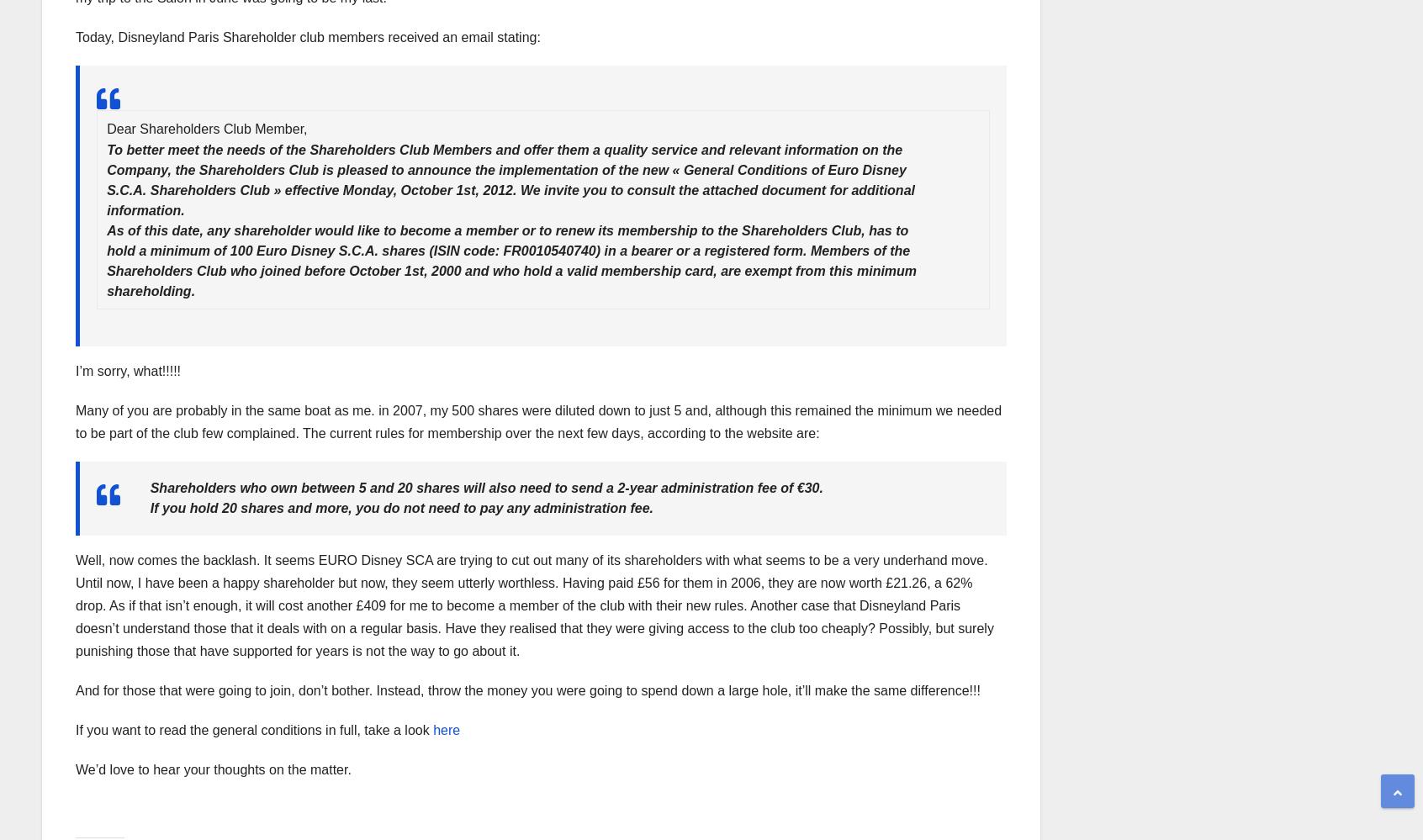 The width and height of the screenshot is (1423, 840). I want to click on 'here', so click(446, 729).